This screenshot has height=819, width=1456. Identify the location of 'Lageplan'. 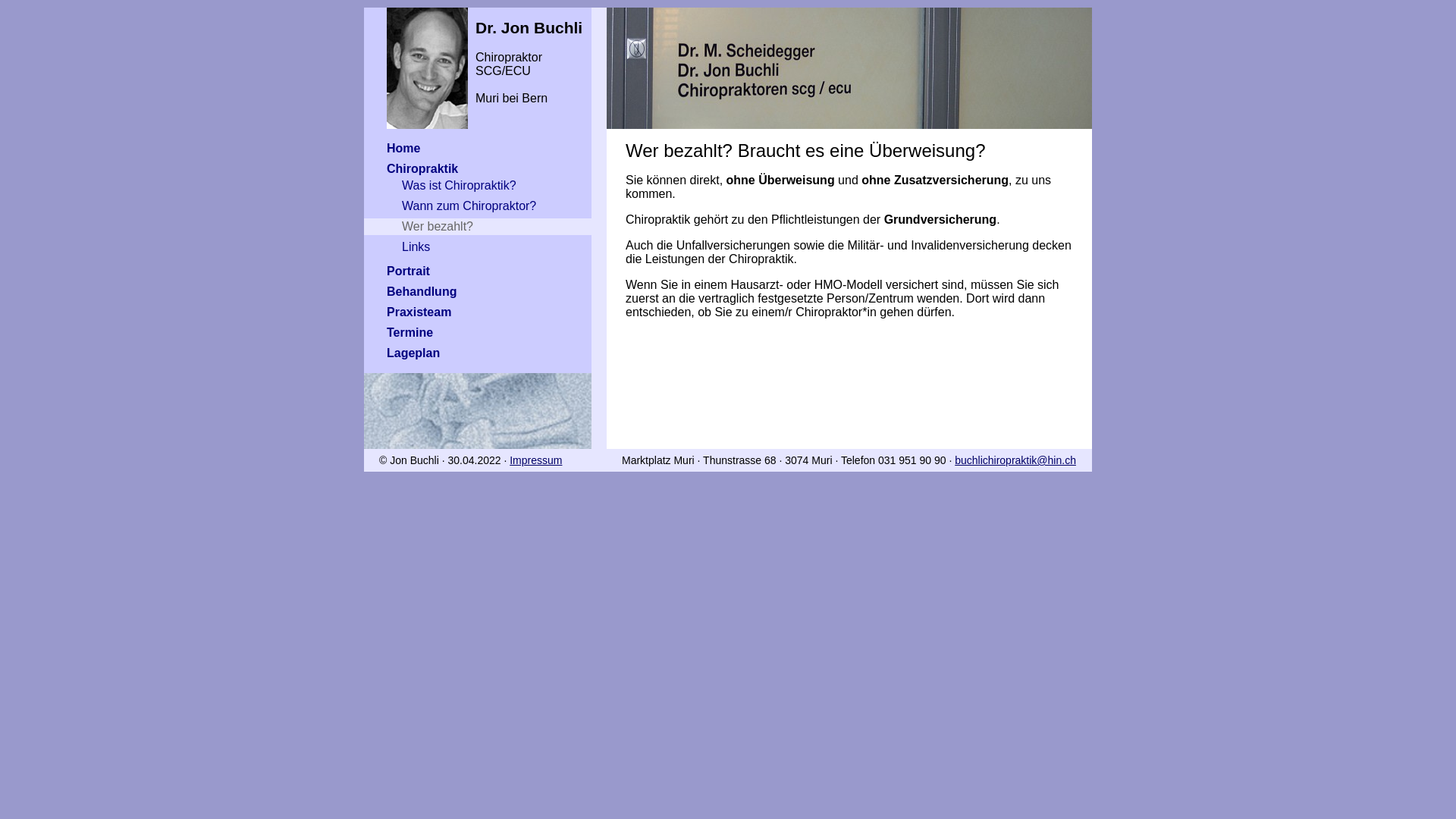
(476, 353).